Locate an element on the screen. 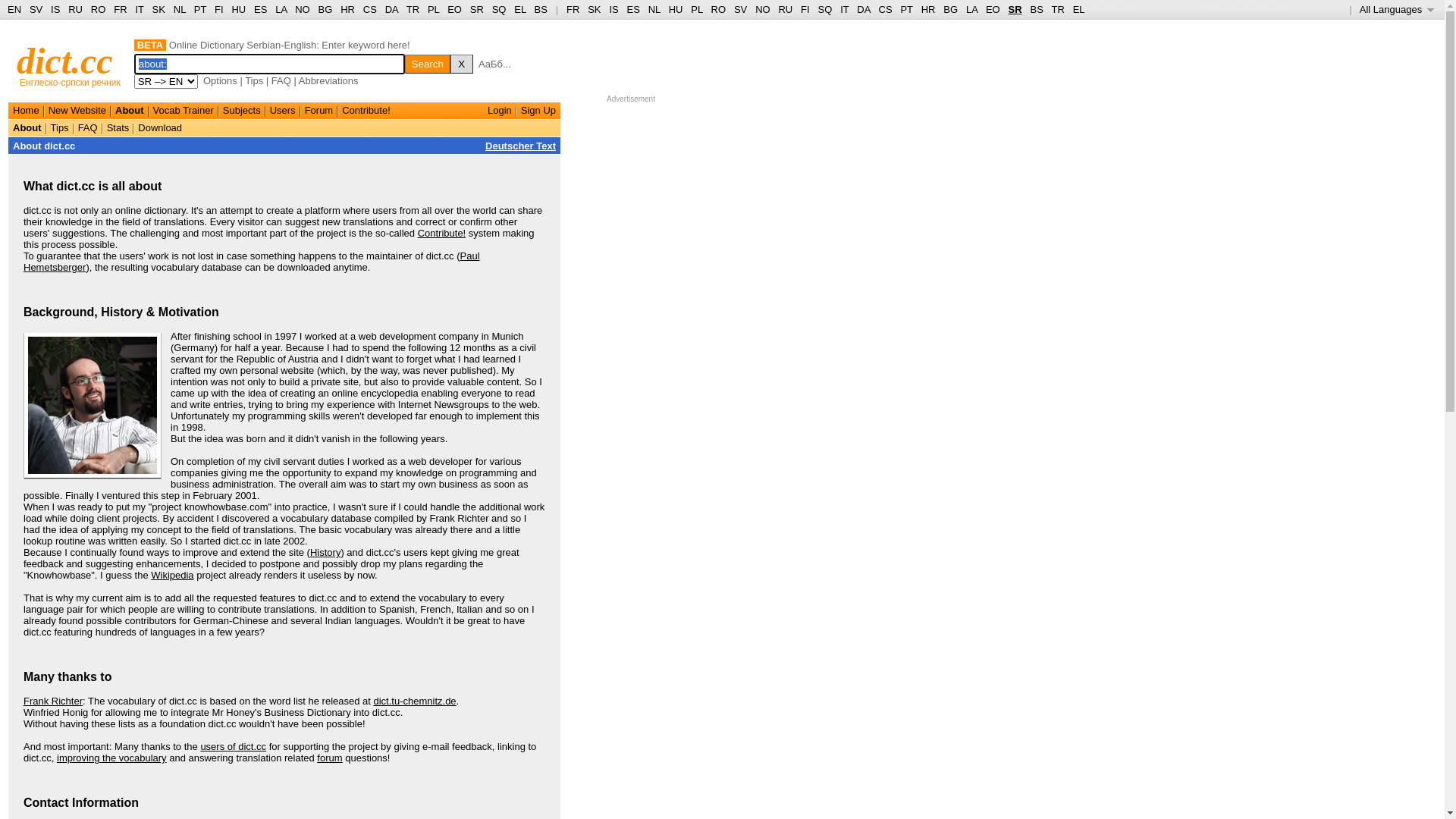 Image resolution: width=1456 pixels, height=819 pixels. 'NO' is located at coordinates (763, 9).